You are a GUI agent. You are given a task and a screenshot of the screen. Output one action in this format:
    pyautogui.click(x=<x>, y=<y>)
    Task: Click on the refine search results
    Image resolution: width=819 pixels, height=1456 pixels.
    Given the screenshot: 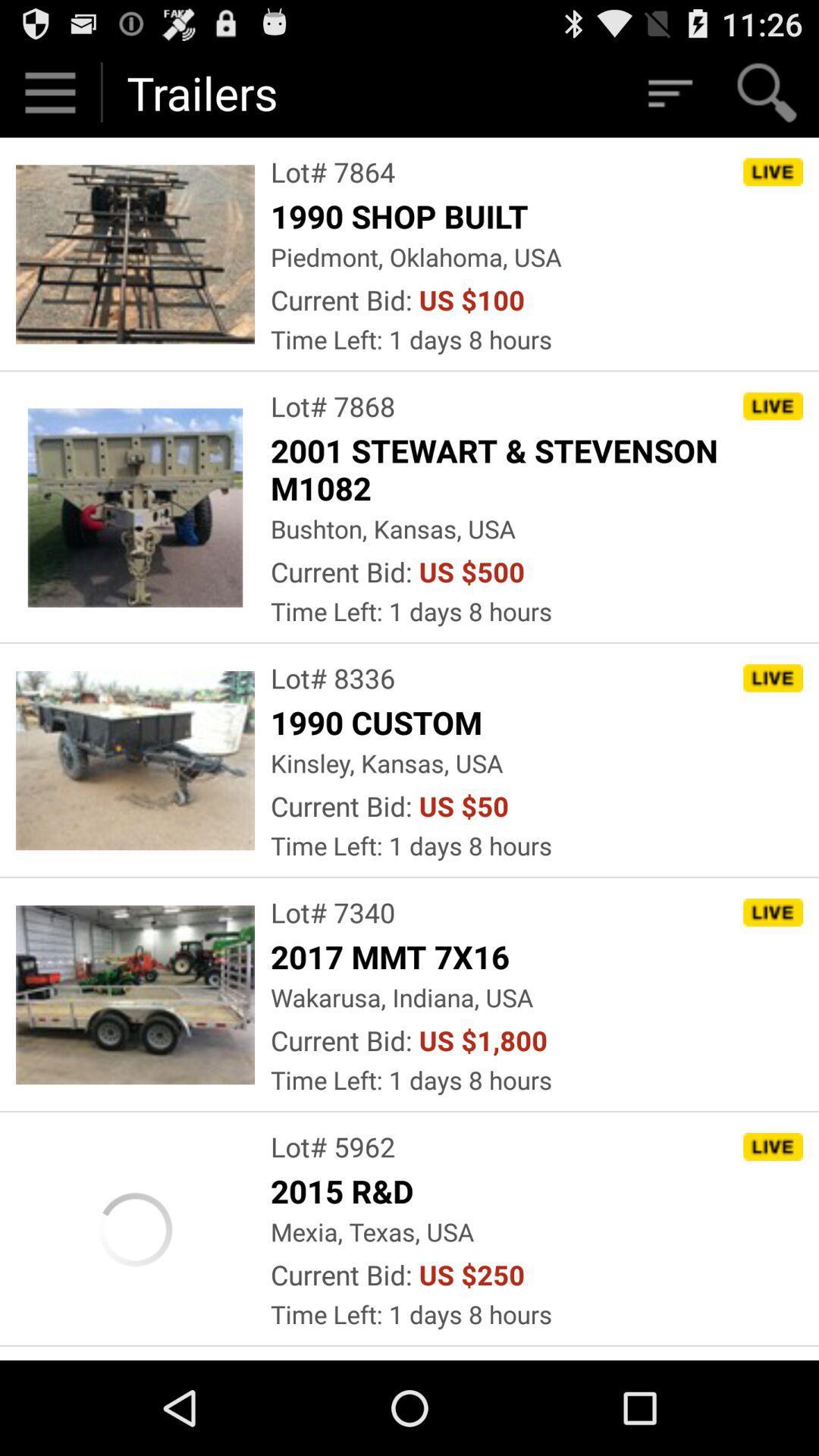 What is the action you would take?
    pyautogui.click(x=668, y=92)
    